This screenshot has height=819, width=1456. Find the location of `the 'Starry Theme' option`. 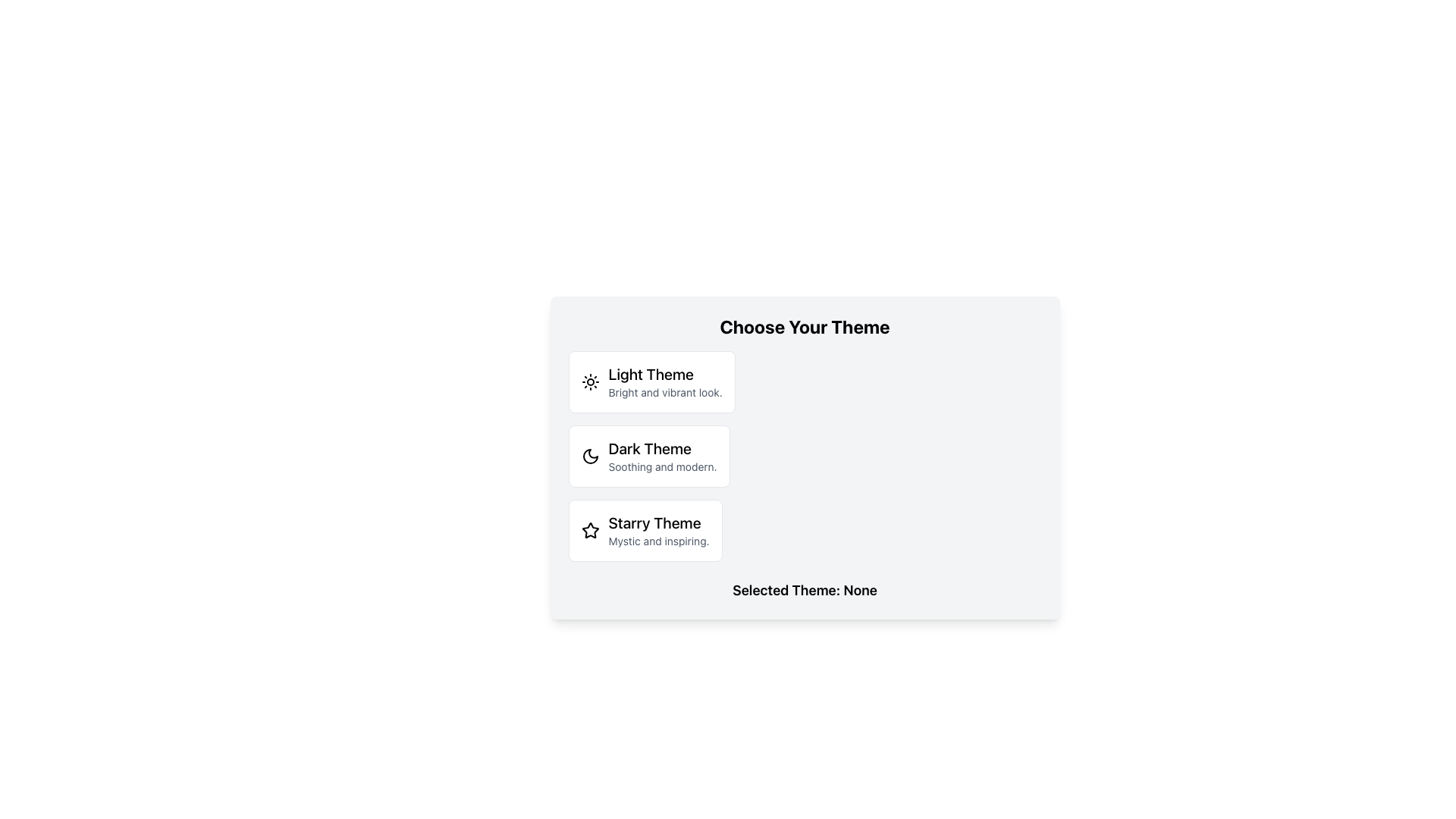

the 'Starry Theme' option is located at coordinates (589, 529).